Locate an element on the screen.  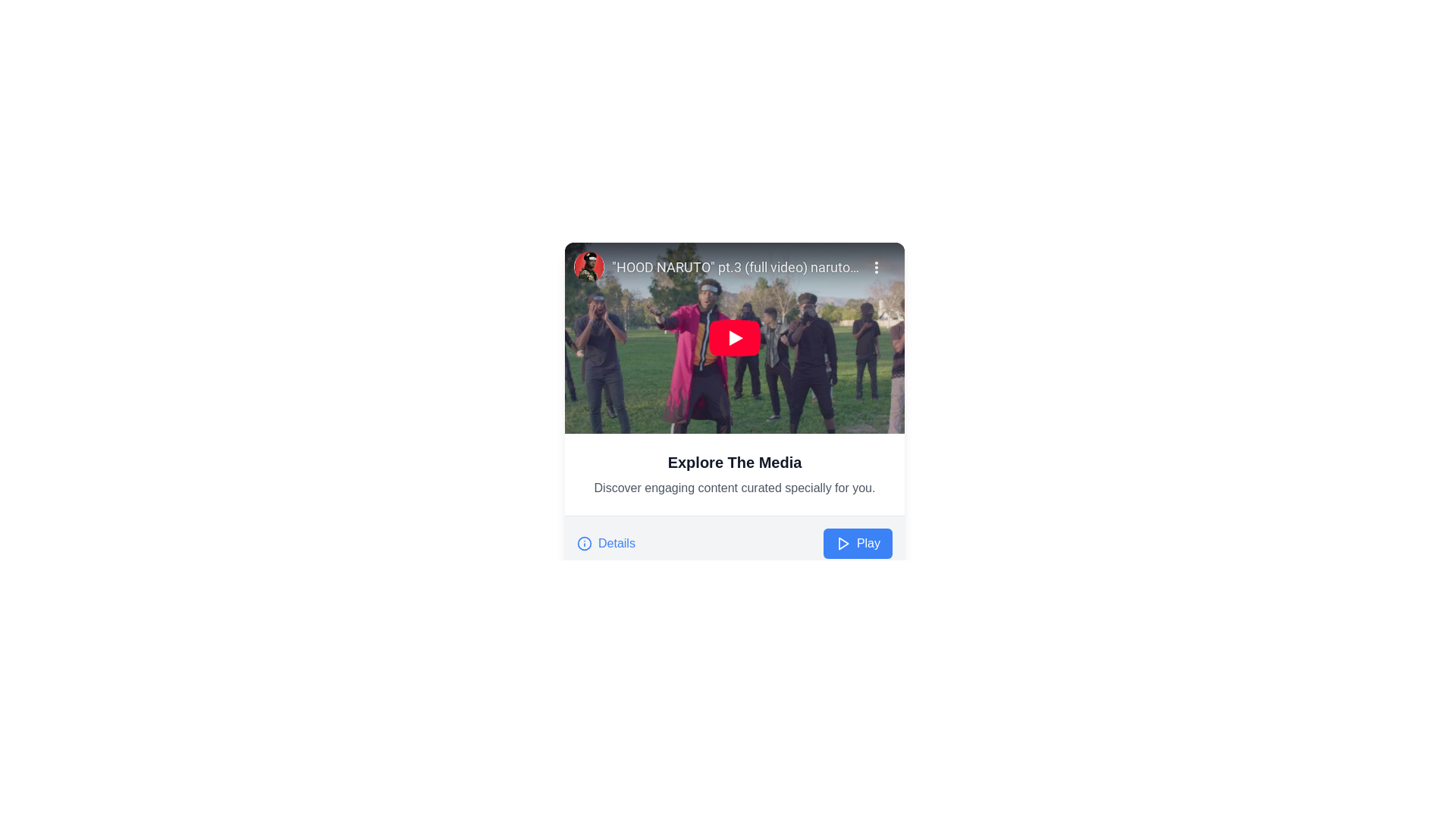
the text block titled 'Explore The Media' which contains the description 'Discover engaging content curated specially for you.' is located at coordinates (735, 473).